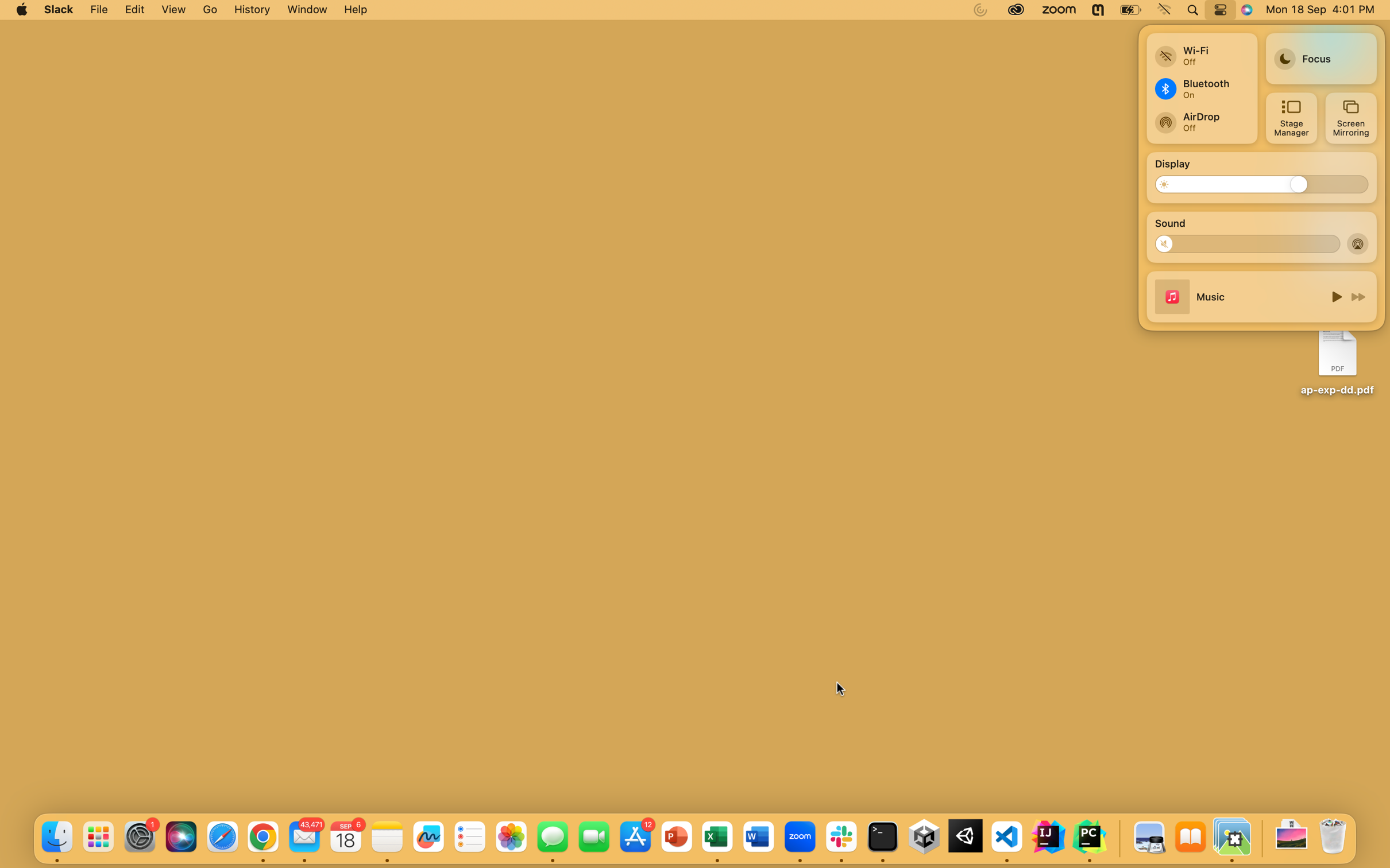 Image resolution: width=1390 pixels, height=868 pixels. What do you see at coordinates (1200, 51) in the screenshot?
I see `Toggle the wifi and bluetooth options` at bounding box center [1200, 51].